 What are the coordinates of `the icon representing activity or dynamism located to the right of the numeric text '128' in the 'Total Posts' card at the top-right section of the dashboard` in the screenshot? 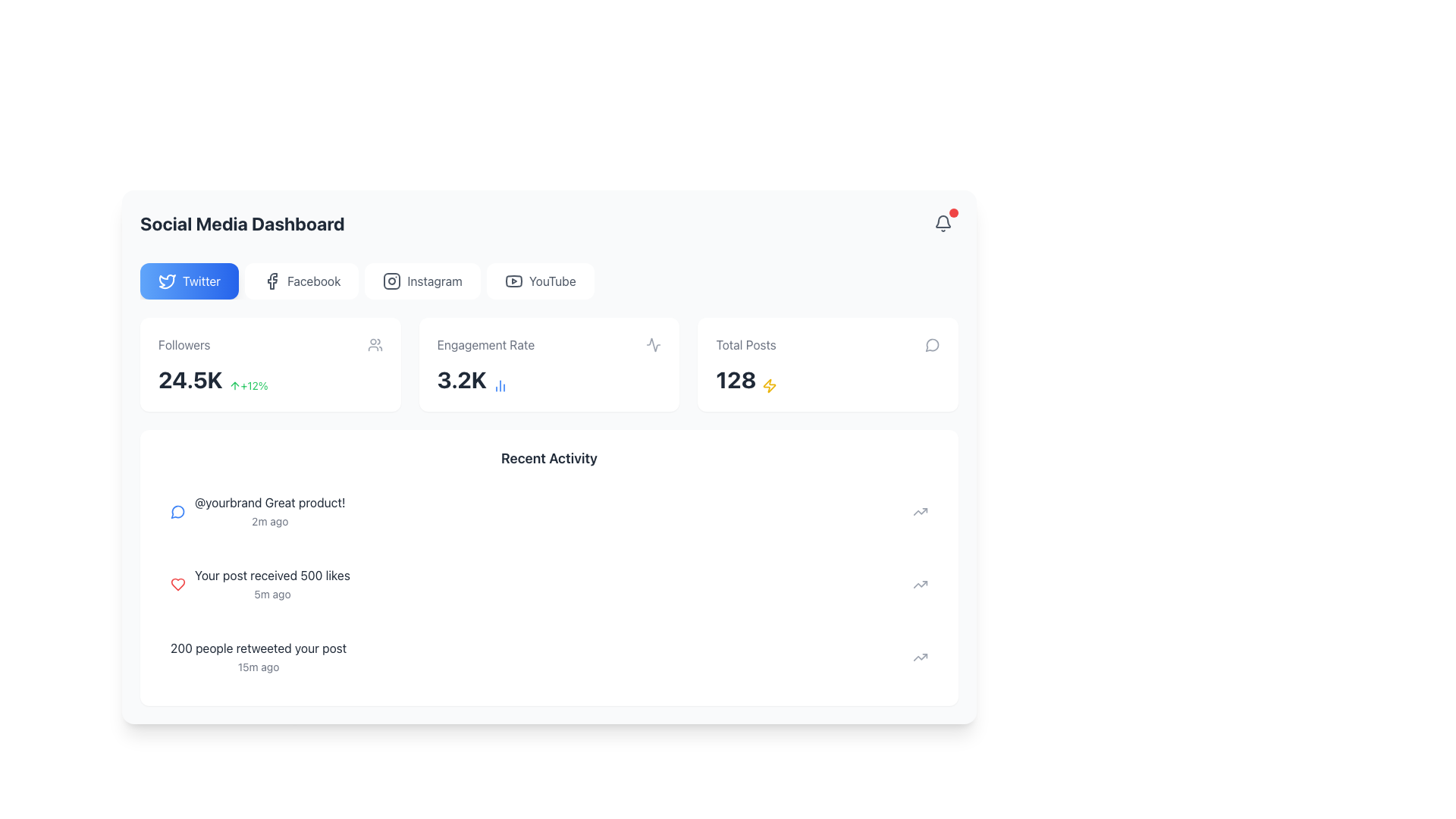 It's located at (770, 385).